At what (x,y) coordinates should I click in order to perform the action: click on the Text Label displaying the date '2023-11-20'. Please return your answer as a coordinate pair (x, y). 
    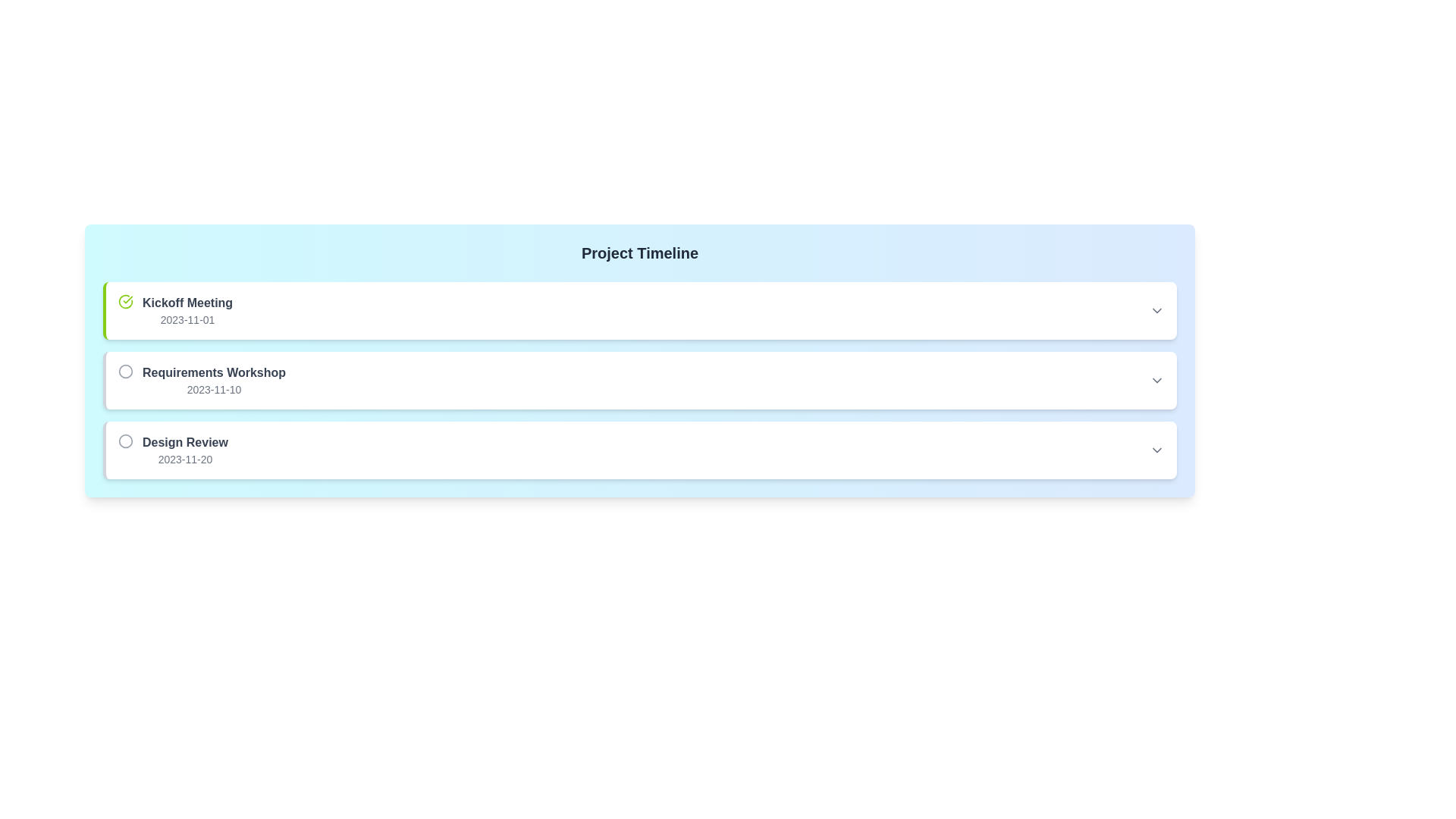
    Looking at the image, I should click on (184, 458).